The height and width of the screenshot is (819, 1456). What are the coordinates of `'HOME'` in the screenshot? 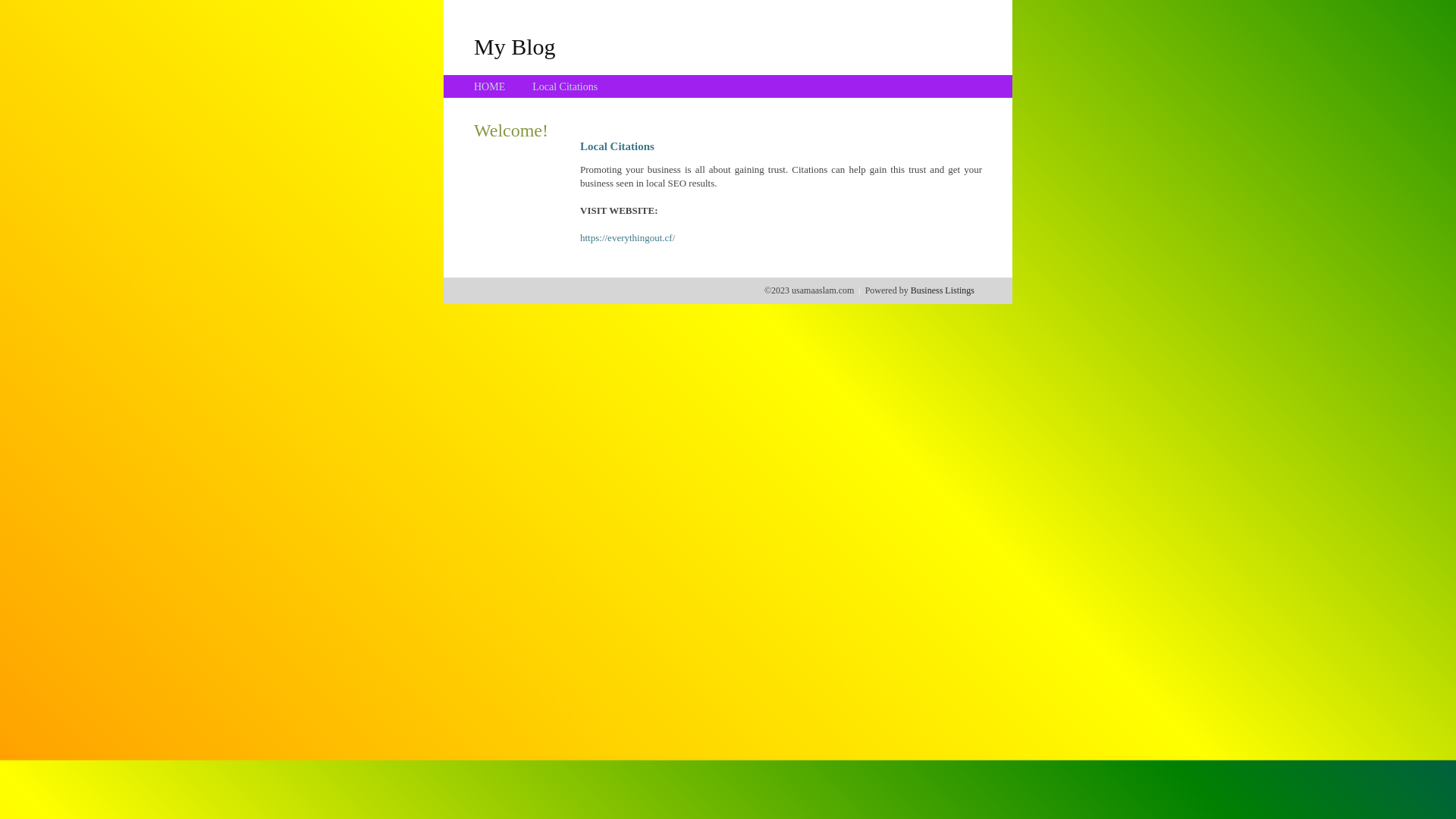 It's located at (489, 86).